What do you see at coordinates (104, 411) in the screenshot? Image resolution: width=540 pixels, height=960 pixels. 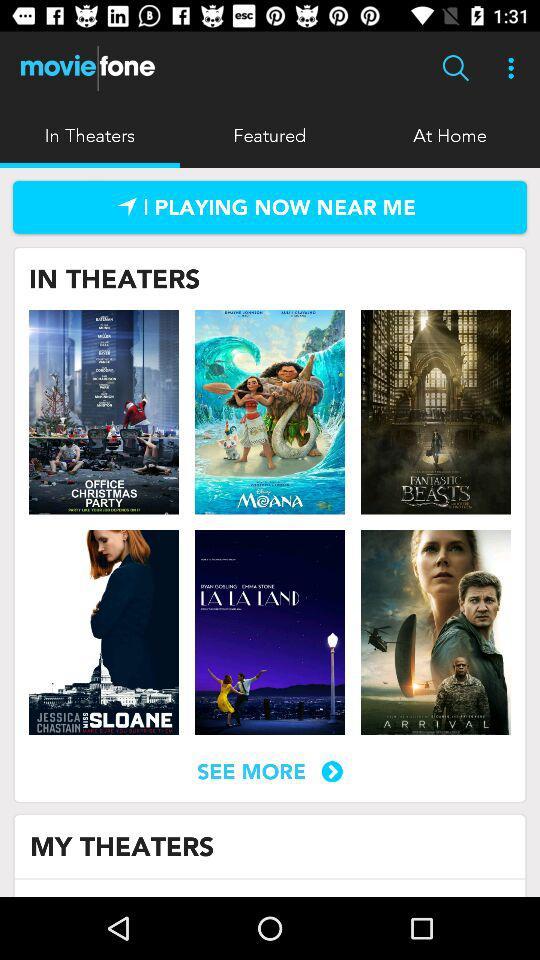 I see `movie 's page` at bounding box center [104, 411].